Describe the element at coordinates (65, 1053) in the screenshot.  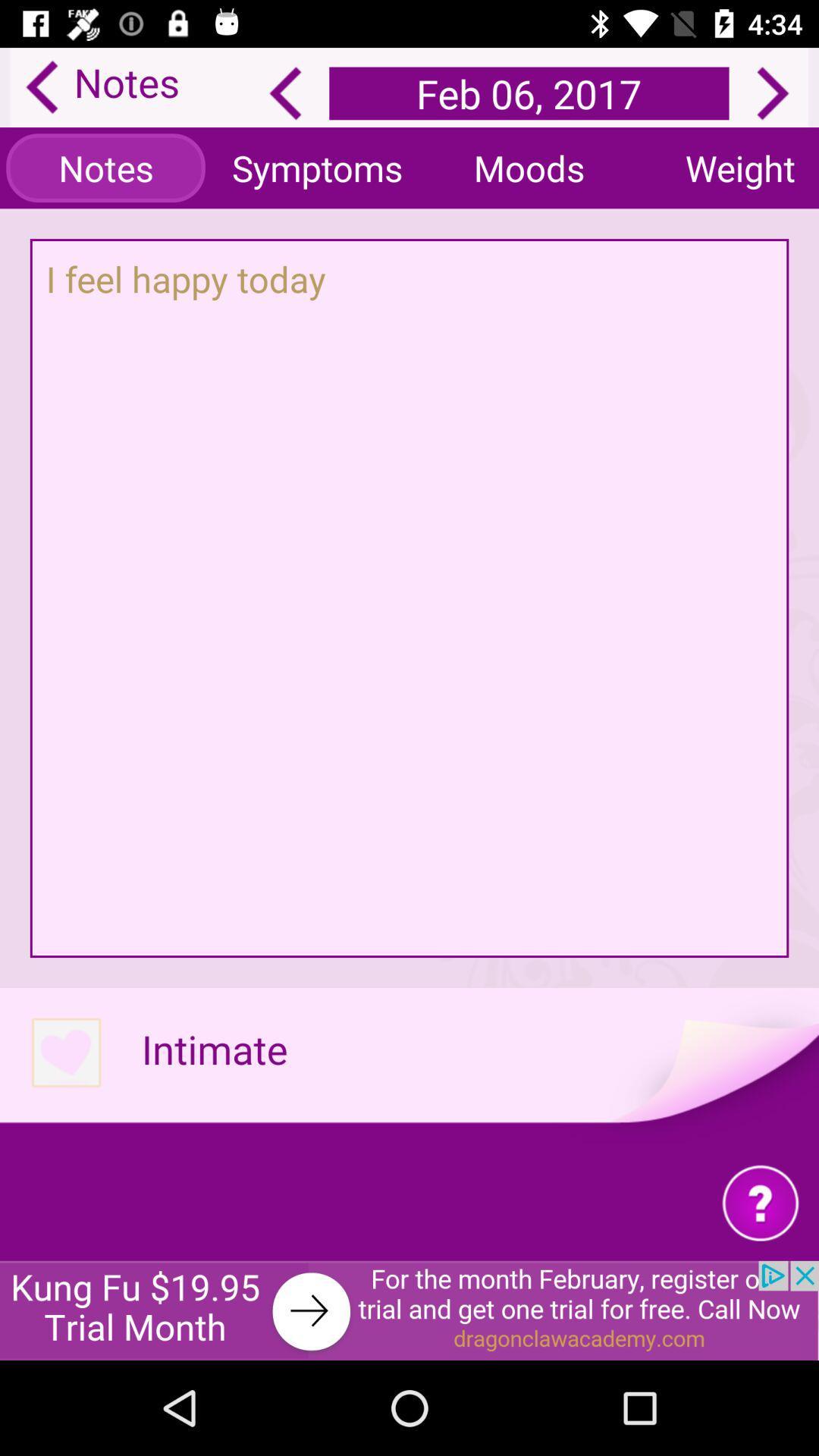
I see `to favorites` at that location.